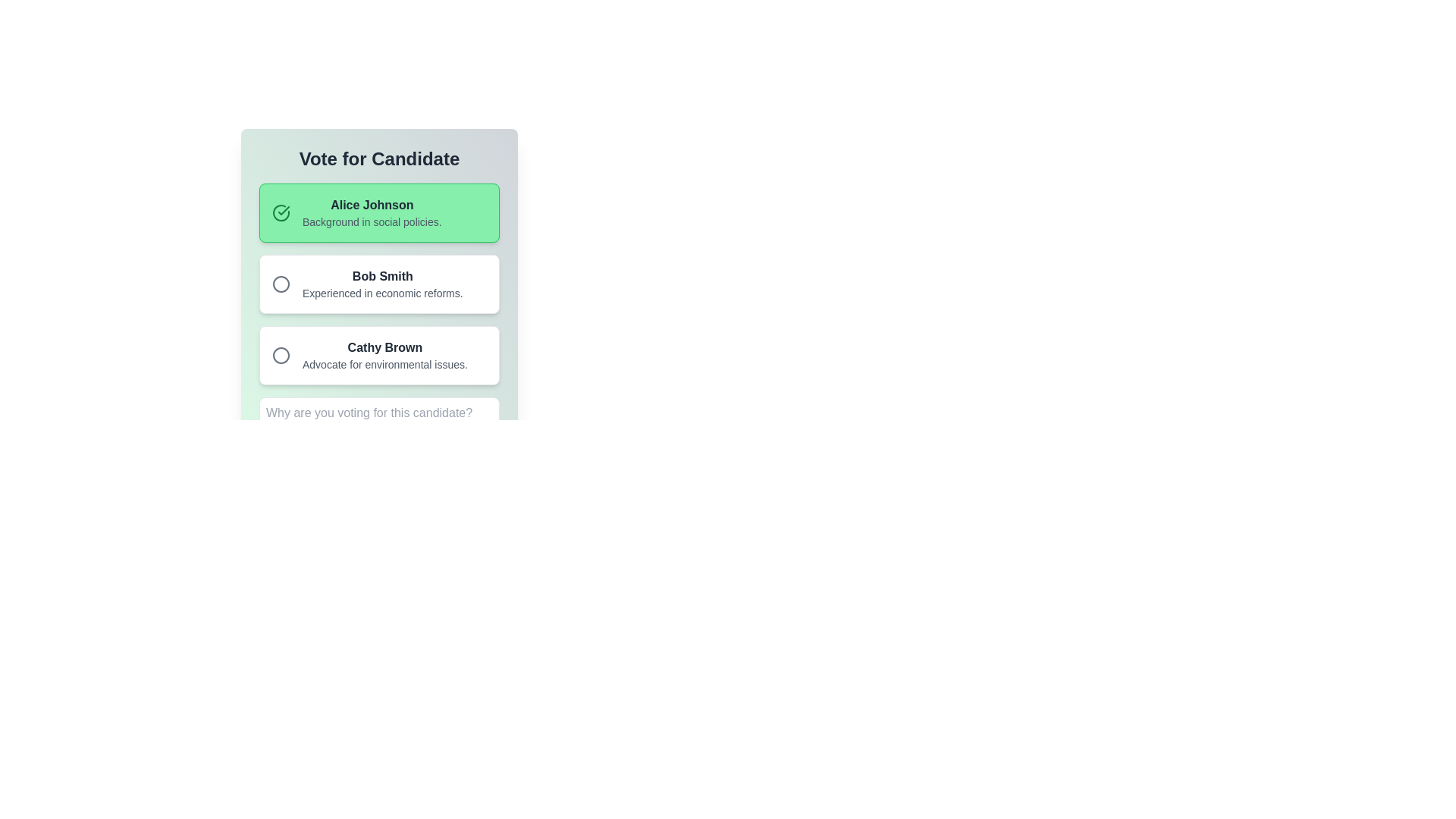 The image size is (1456, 819). I want to click on the text label displaying 'Cathy Brown' in bold font, which is located in the third candidate box from the top, aligned at the top of the box and above the description text, so click(385, 348).